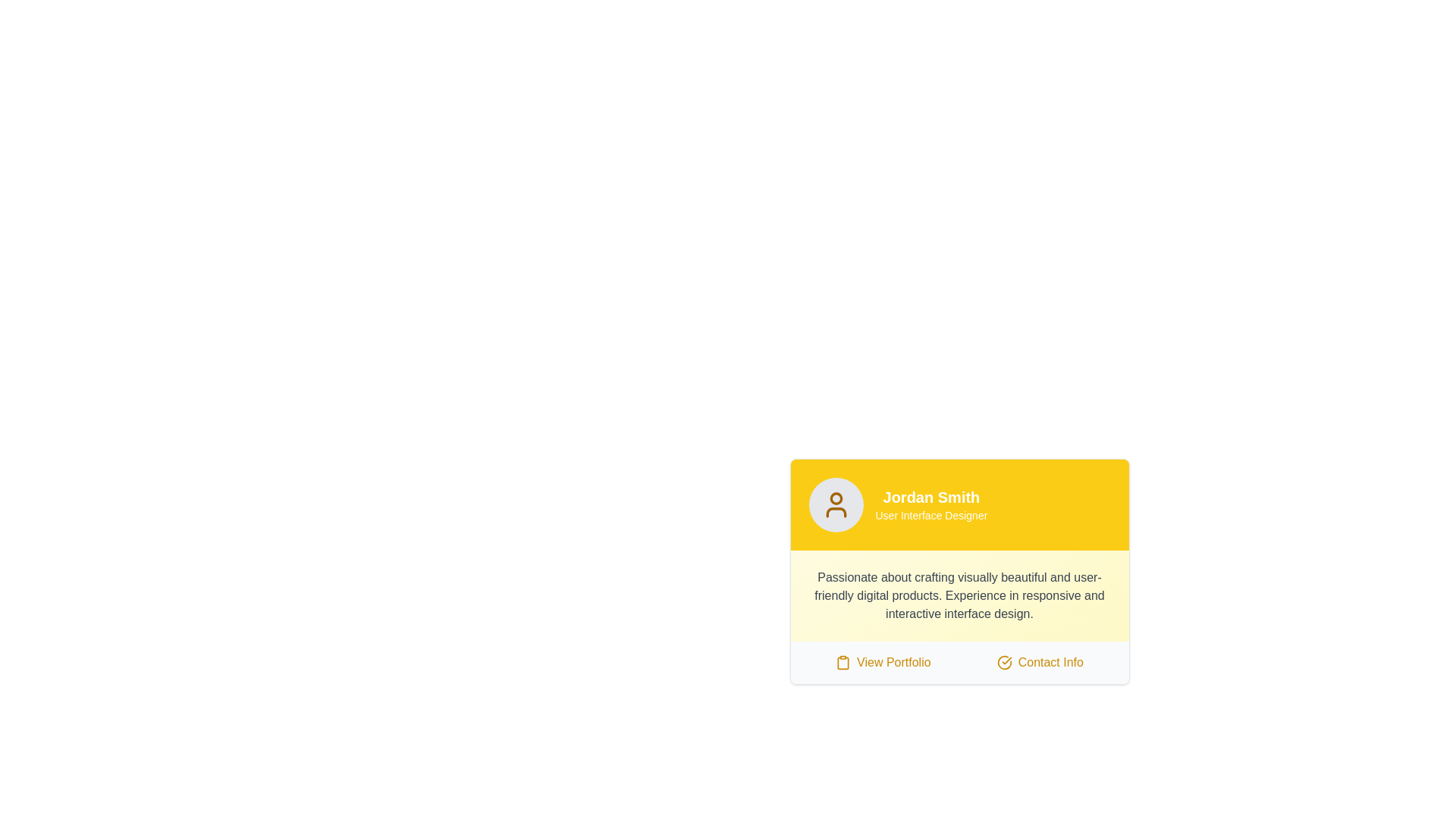 This screenshot has width=1456, height=819. Describe the element at coordinates (835, 505) in the screenshot. I see `the Avatar Icon located on the far left inside the yellow banner adjacent to the user's name and title ('Jordan Smith - User Interface Designer')` at that location.